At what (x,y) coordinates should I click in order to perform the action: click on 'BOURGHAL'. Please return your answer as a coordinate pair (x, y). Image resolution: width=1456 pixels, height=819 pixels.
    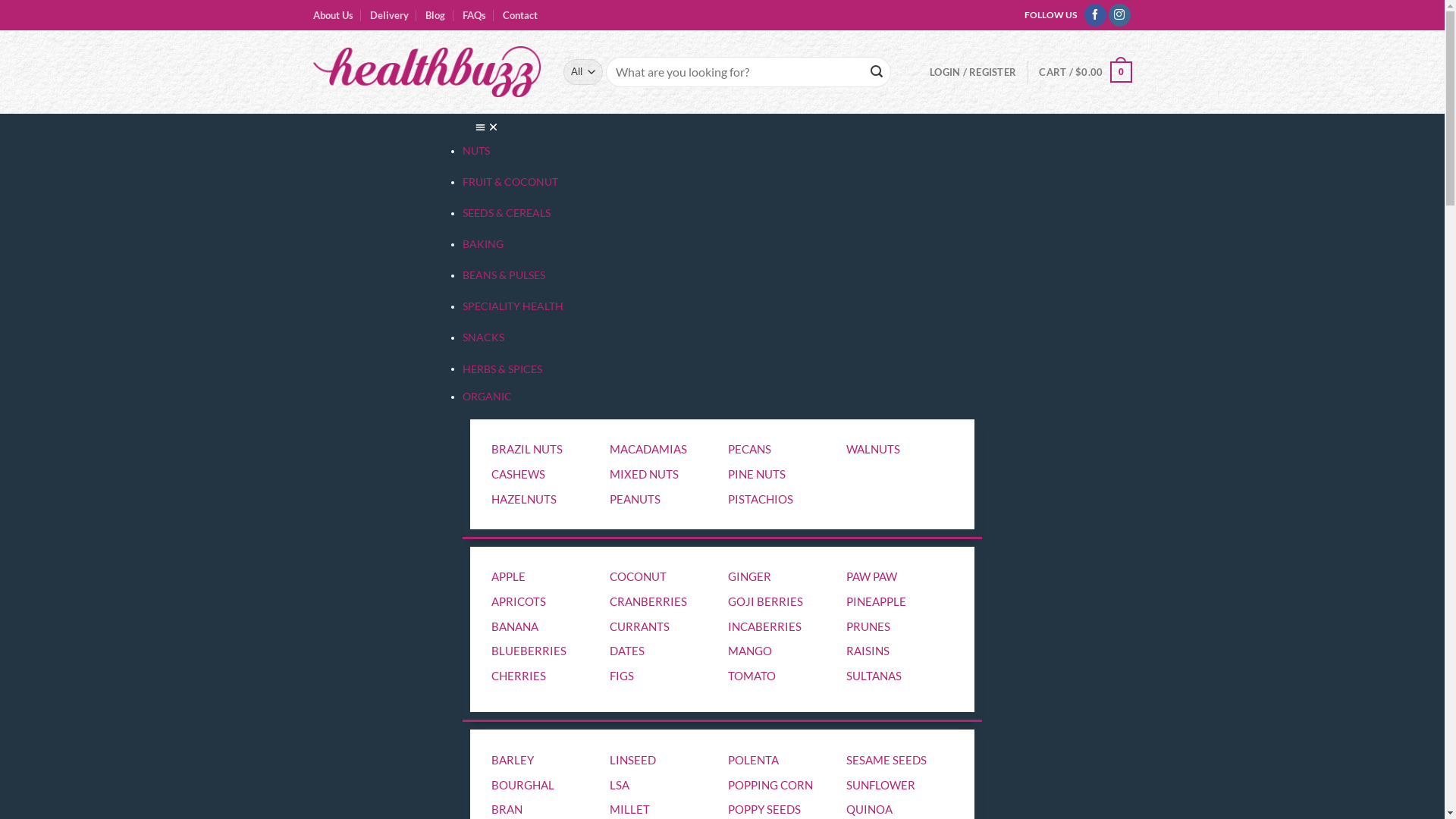
    Looking at the image, I should click on (522, 784).